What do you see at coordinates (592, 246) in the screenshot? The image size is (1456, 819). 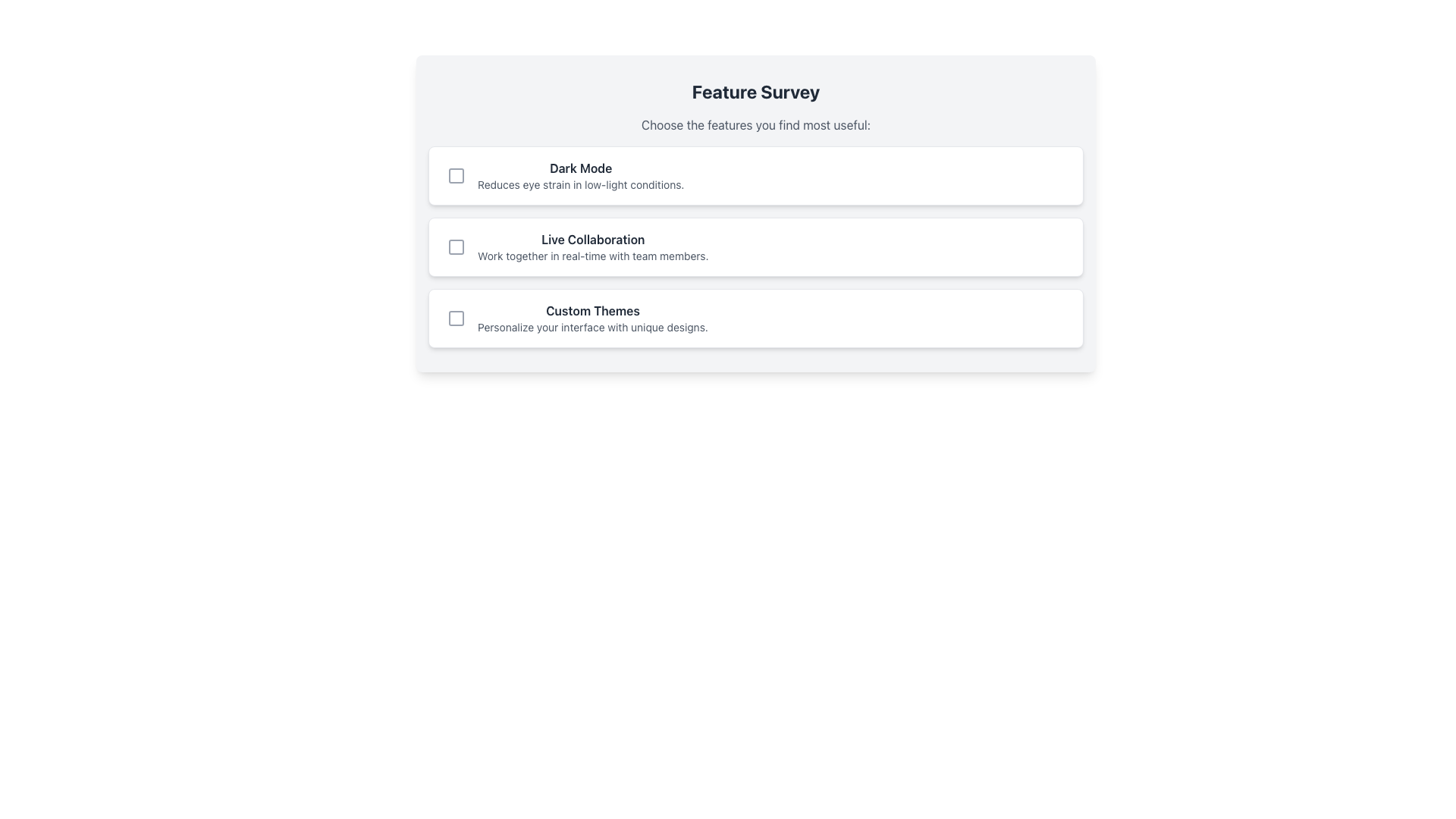 I see `the 'Live Collaboration' feature option in the feature survey located between 'Dark Mode' and 'Custom Themes'` at bounding box center [592, 246].